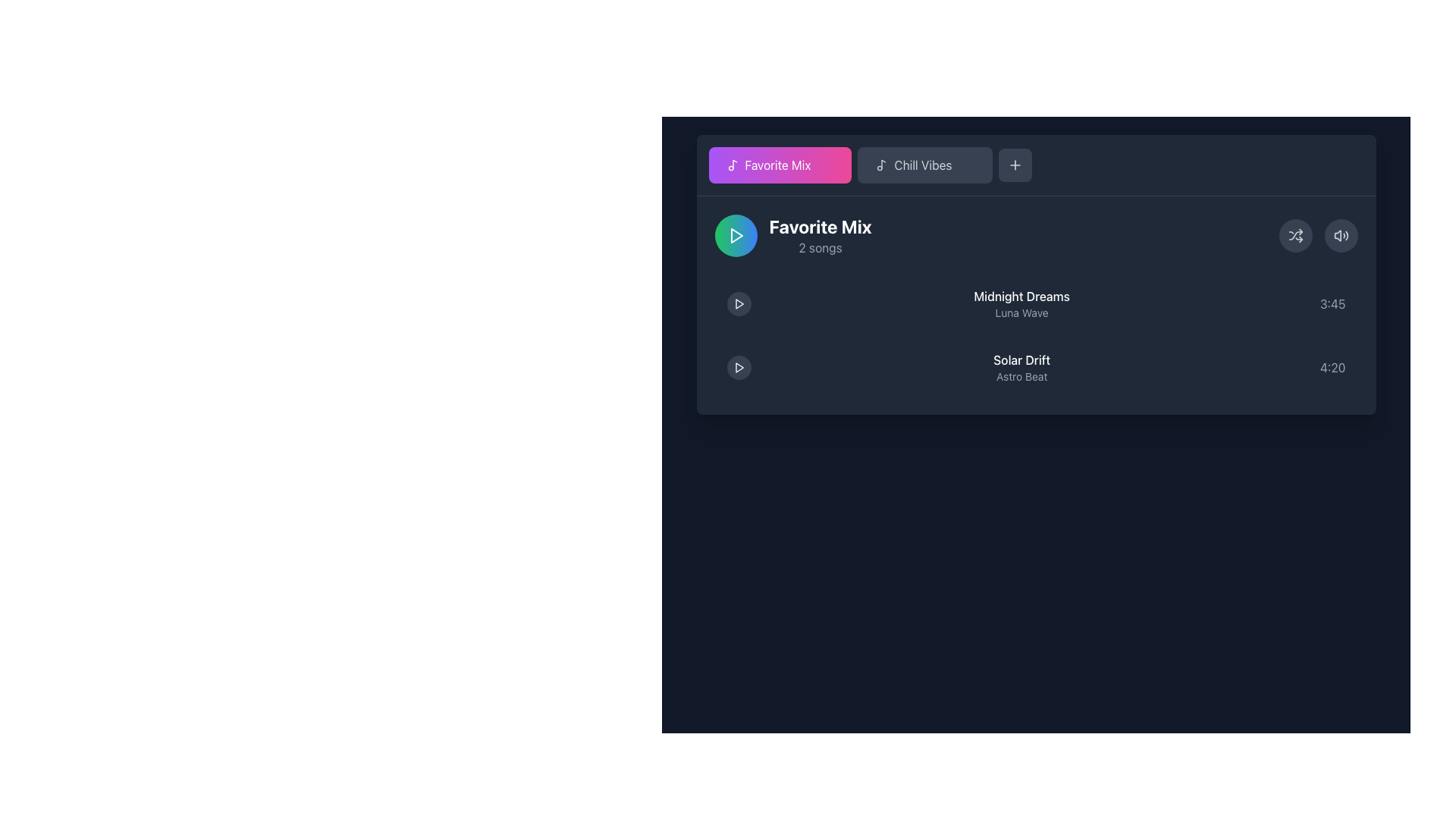  I want to click on the text label displaying the subtitle or description of the song titled 'Solar Drift', which is located directly below the title element, so click(1021, 376).